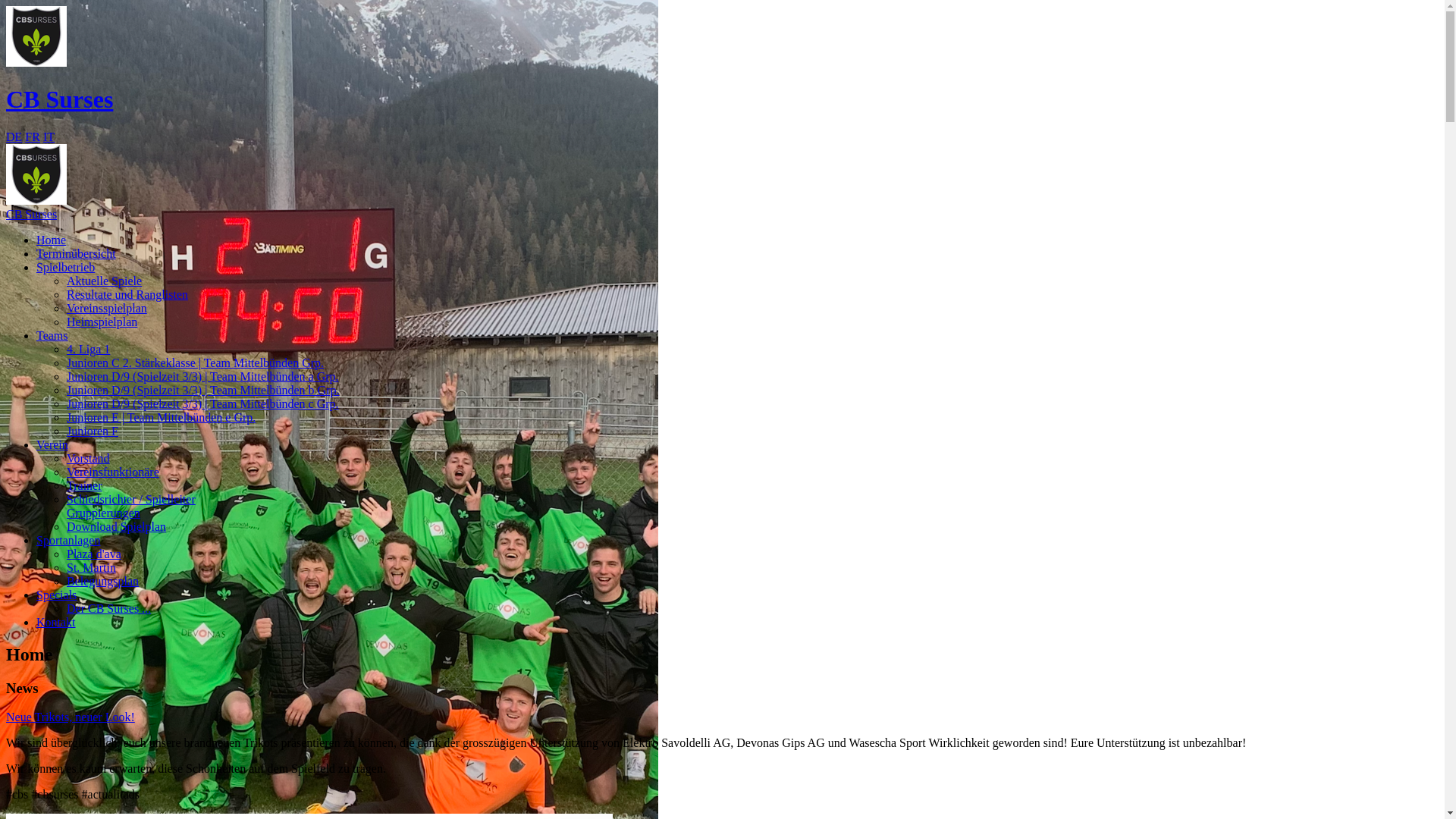  What do you see at coordinates (59, 99) in the screenshot?
I see `'CB Surses'` at bounding box center [59, 99].